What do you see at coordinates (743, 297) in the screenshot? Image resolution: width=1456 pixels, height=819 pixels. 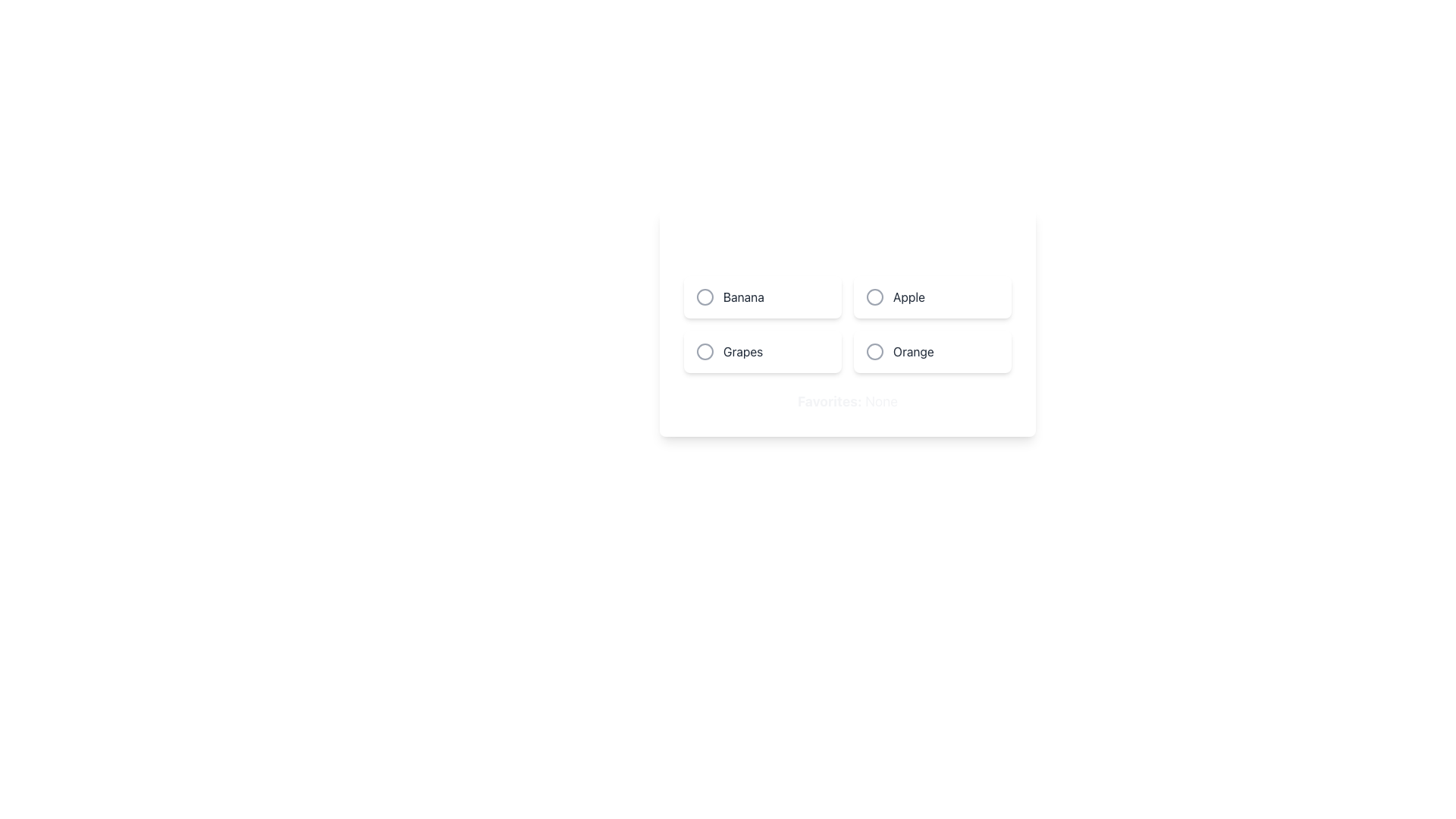 I see `the static text label displaying 'Banana', which is aligned to the right of a circular icon in the top left corner of a grid layout` at bounding box center [743, 297].